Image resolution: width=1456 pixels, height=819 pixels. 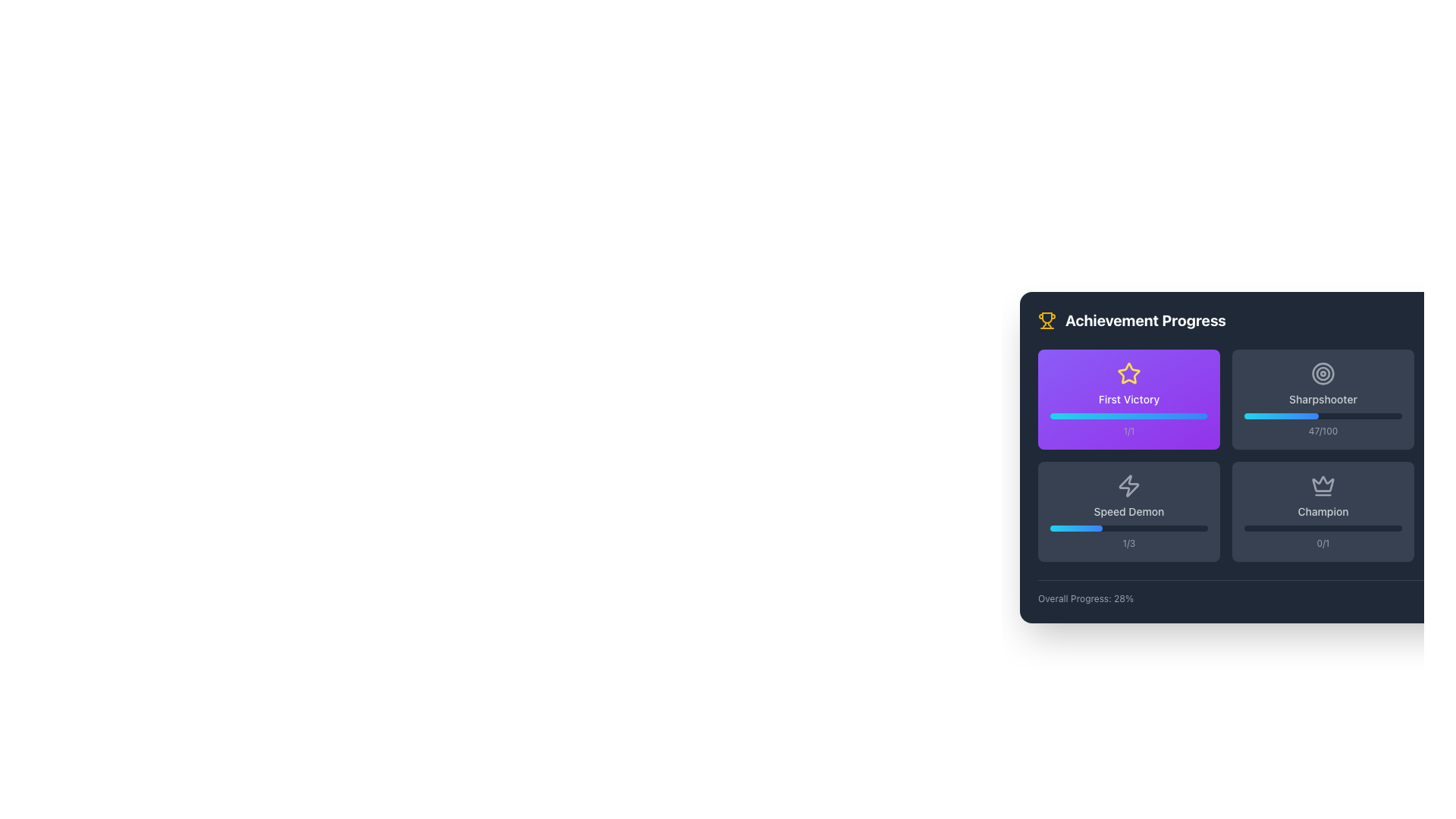 What do you see at coordinates (1323, 528) in the screenshot?
I see `the thin, horizontal progress bar with a dark gray background located below the text 'Champion' and '0/1' in the bottom-right section of the interface` at bounding box center [1323, 528].